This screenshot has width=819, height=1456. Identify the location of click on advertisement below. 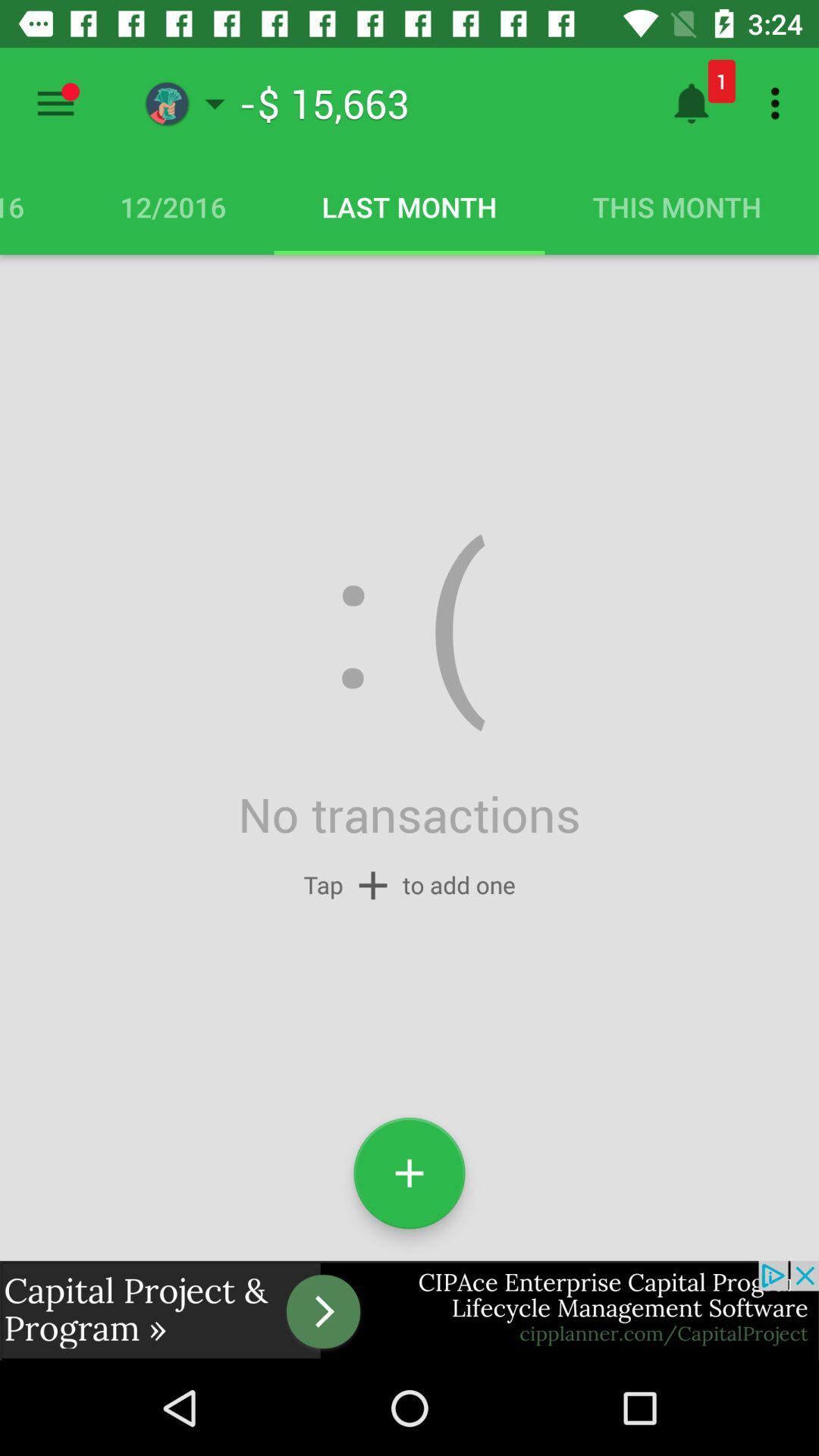
(409, 1310).